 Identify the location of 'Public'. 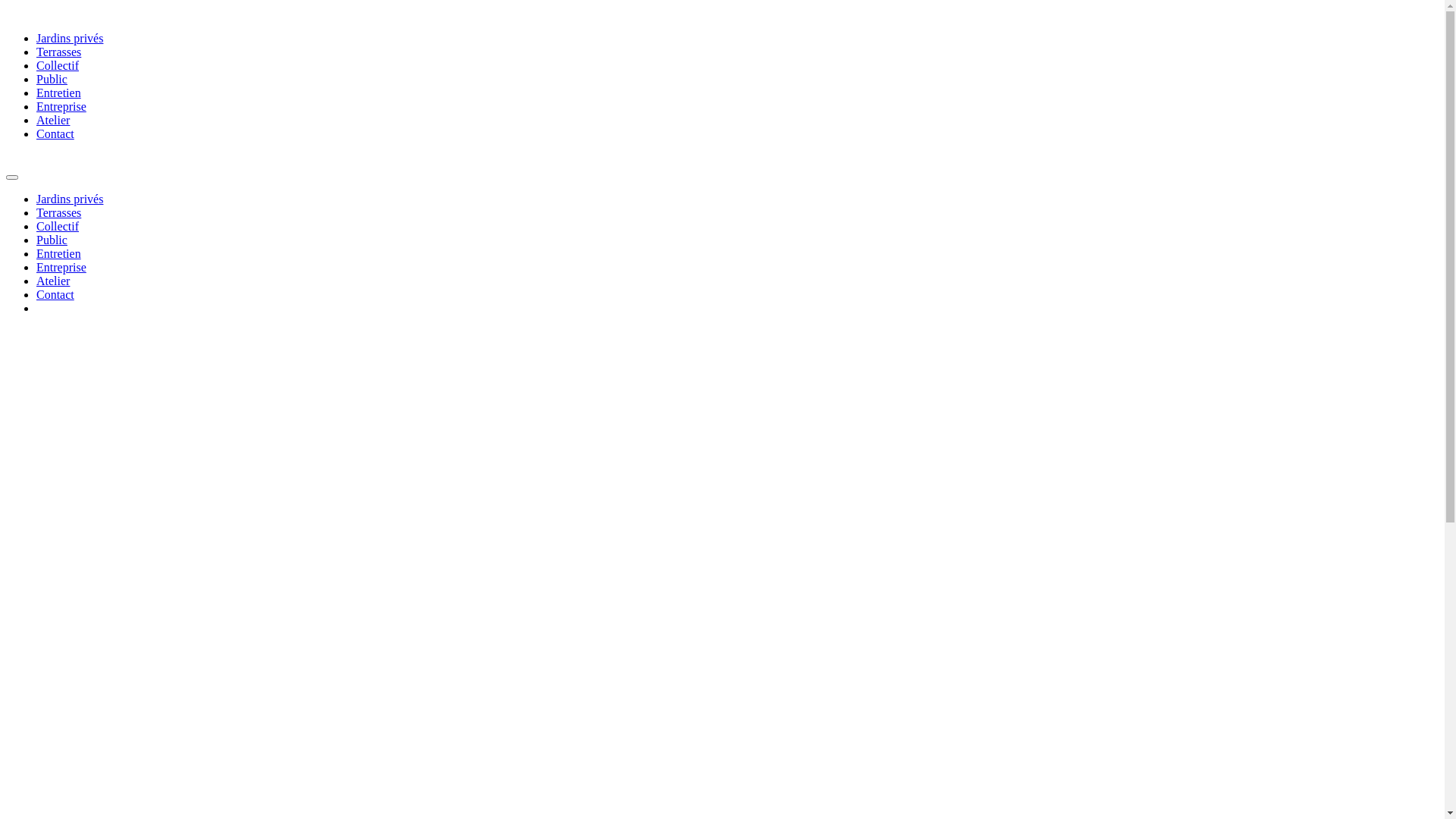
(52, 239).